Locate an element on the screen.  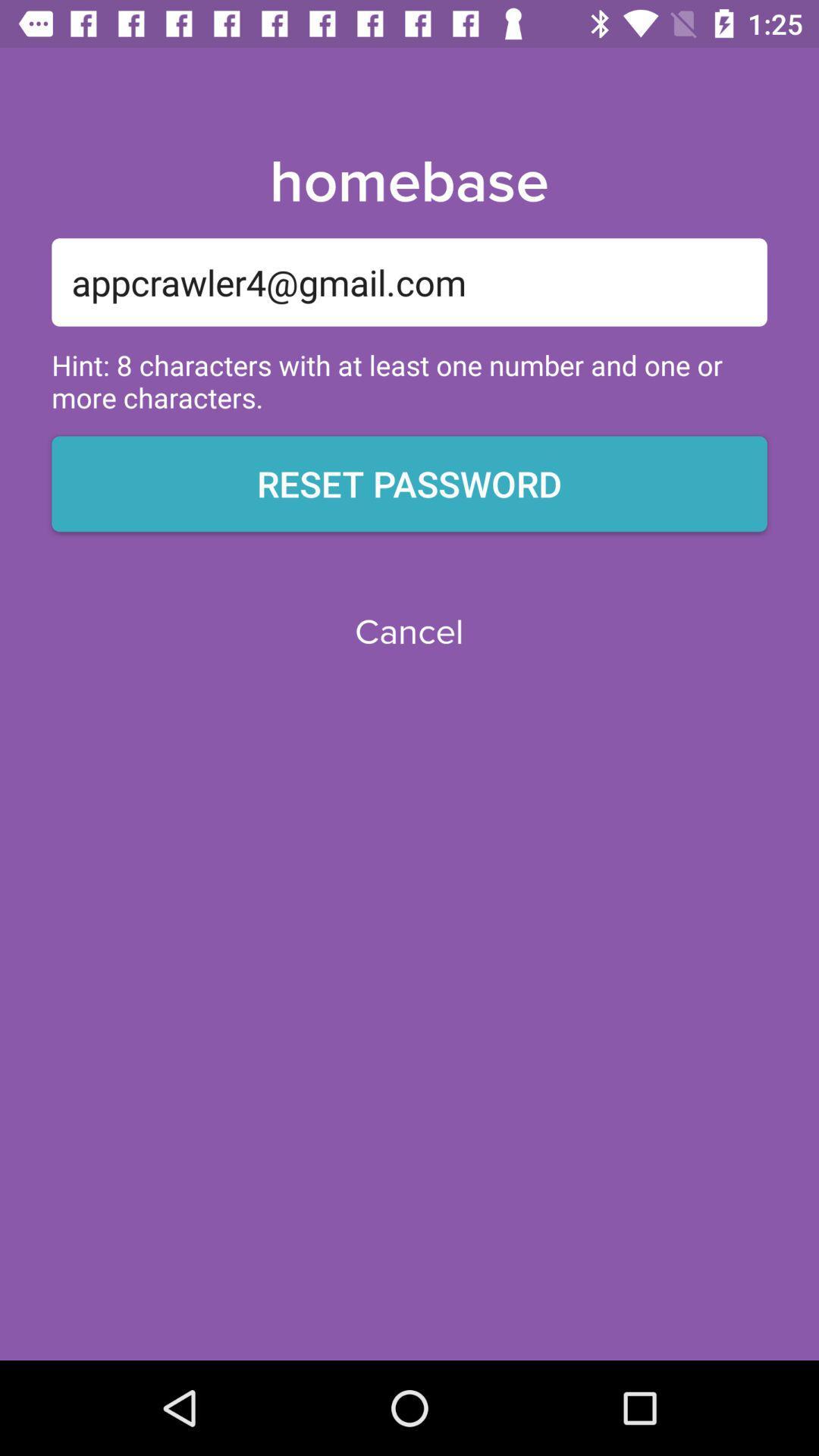
appcrawler4@gmail.com item is located at coordinates (409, 282).